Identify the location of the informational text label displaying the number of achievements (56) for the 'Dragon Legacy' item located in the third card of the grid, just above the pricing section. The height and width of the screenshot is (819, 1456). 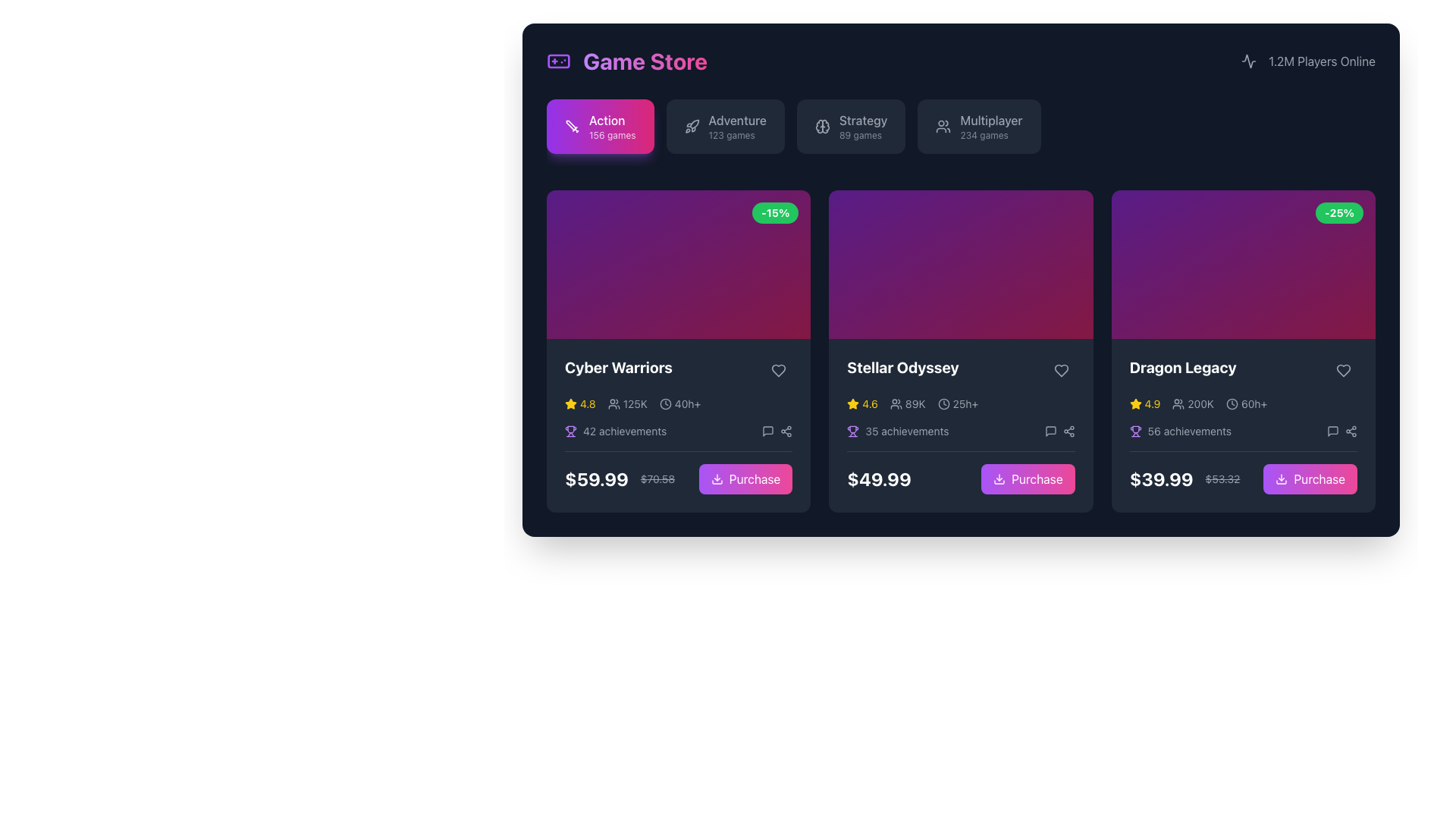
(1179, 431).